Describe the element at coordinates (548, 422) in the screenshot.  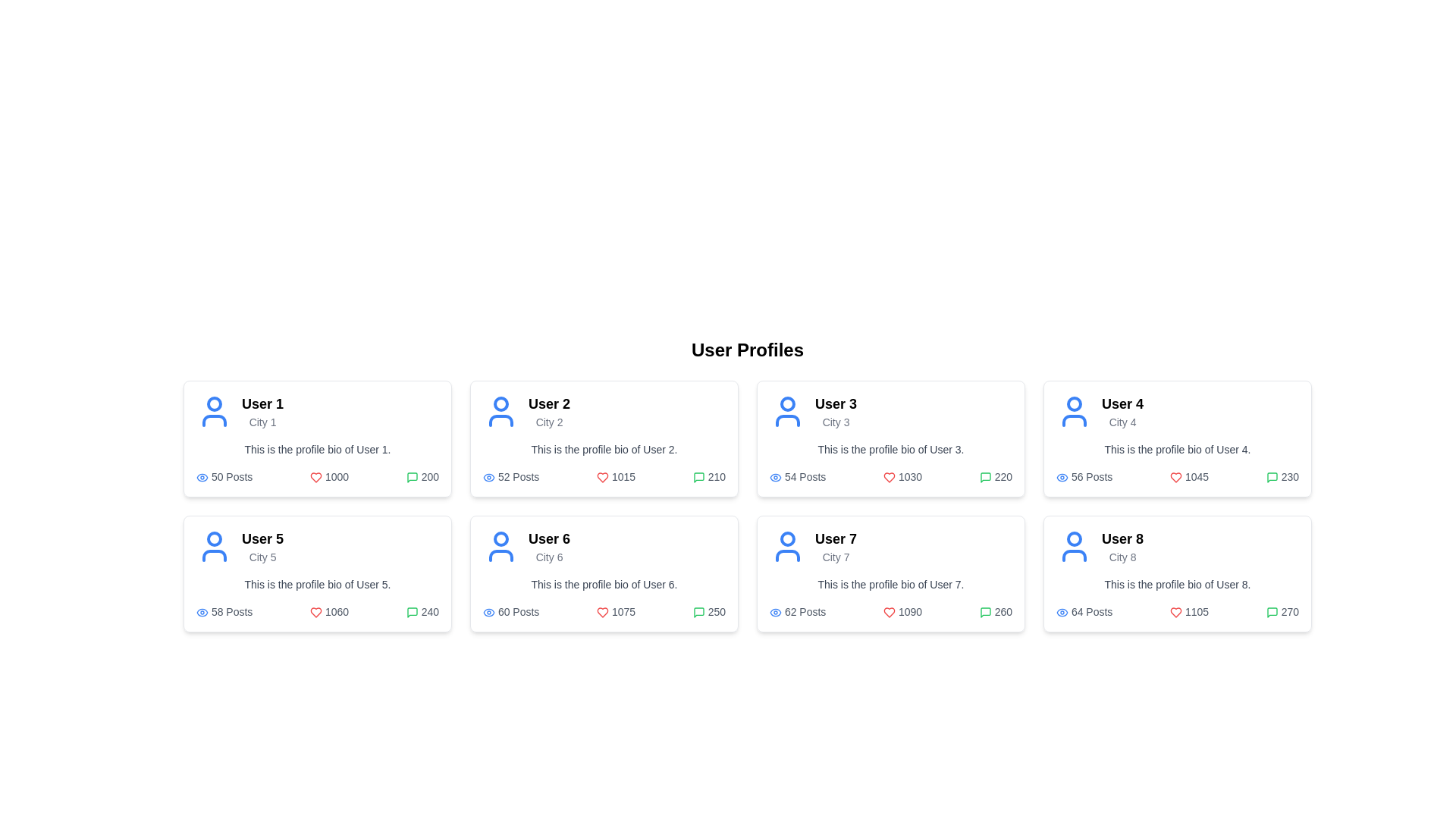
I see `the Text label displaying the city for 'User 2', located below the header 'User 2' and above the profile description` at that location.